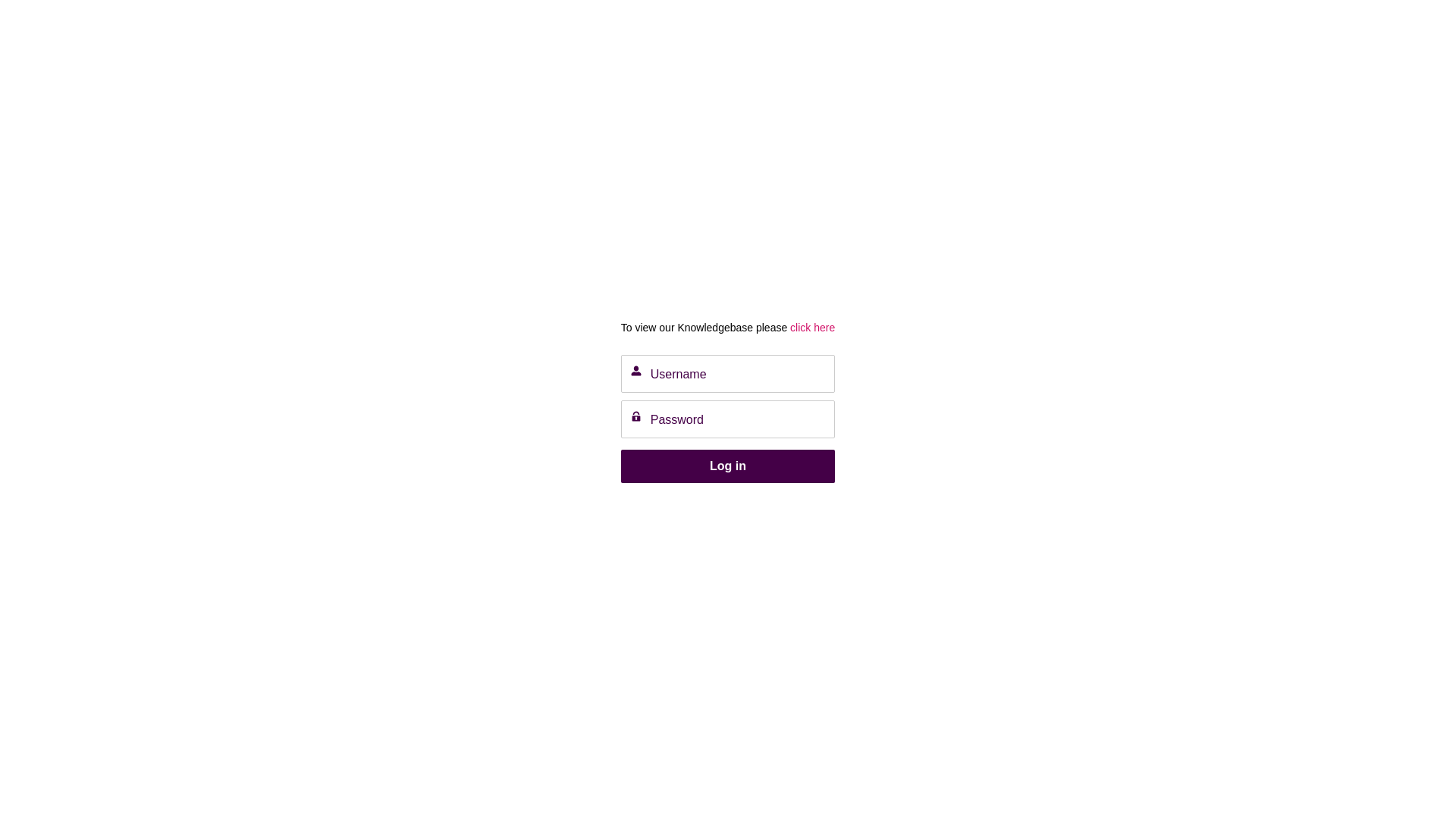 This screenshot has height=819, width=1456. Describe the element at coordinates (728, 466) in the screenshot. I see `'Log in'` at that location.